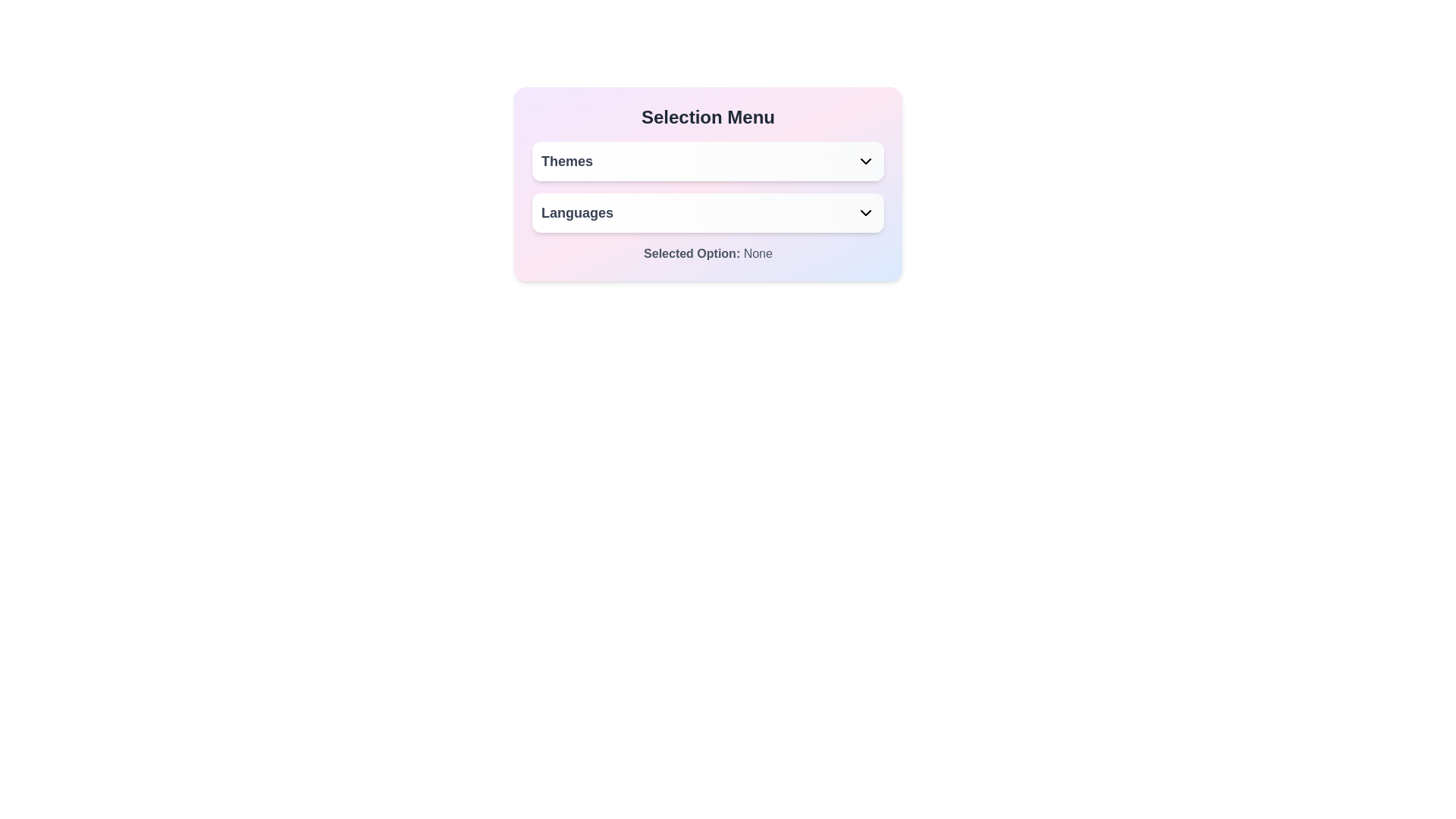 The width and height of the screenshot is (1456, 819). Describe the element at coordinates (691, 253) in the screenshot. I see `the text label displaying 'Selected Option:' which is in bold and located in the lower section of a card layout` at that location.